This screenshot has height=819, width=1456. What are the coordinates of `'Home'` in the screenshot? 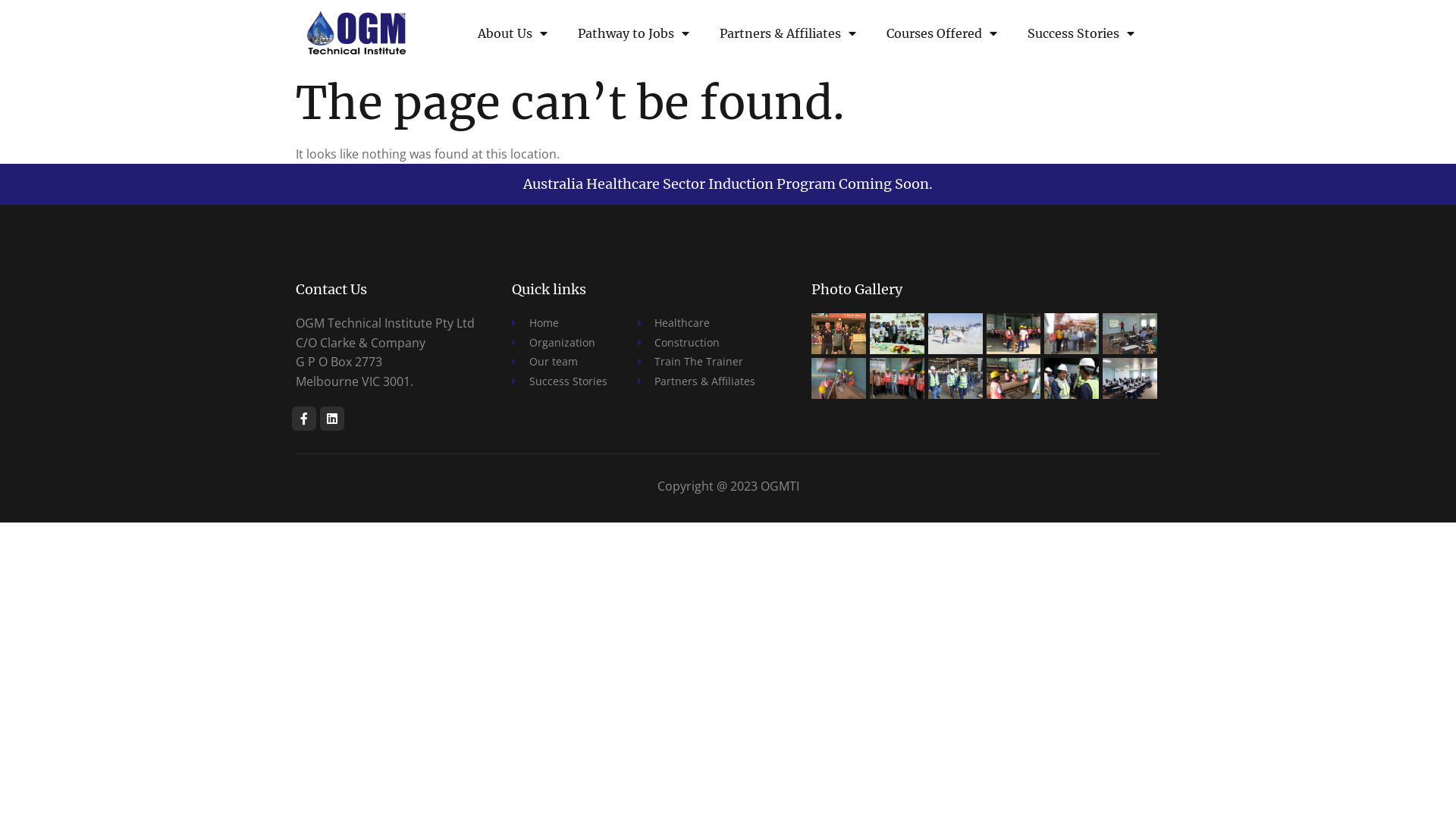 It's located at (559, 322).